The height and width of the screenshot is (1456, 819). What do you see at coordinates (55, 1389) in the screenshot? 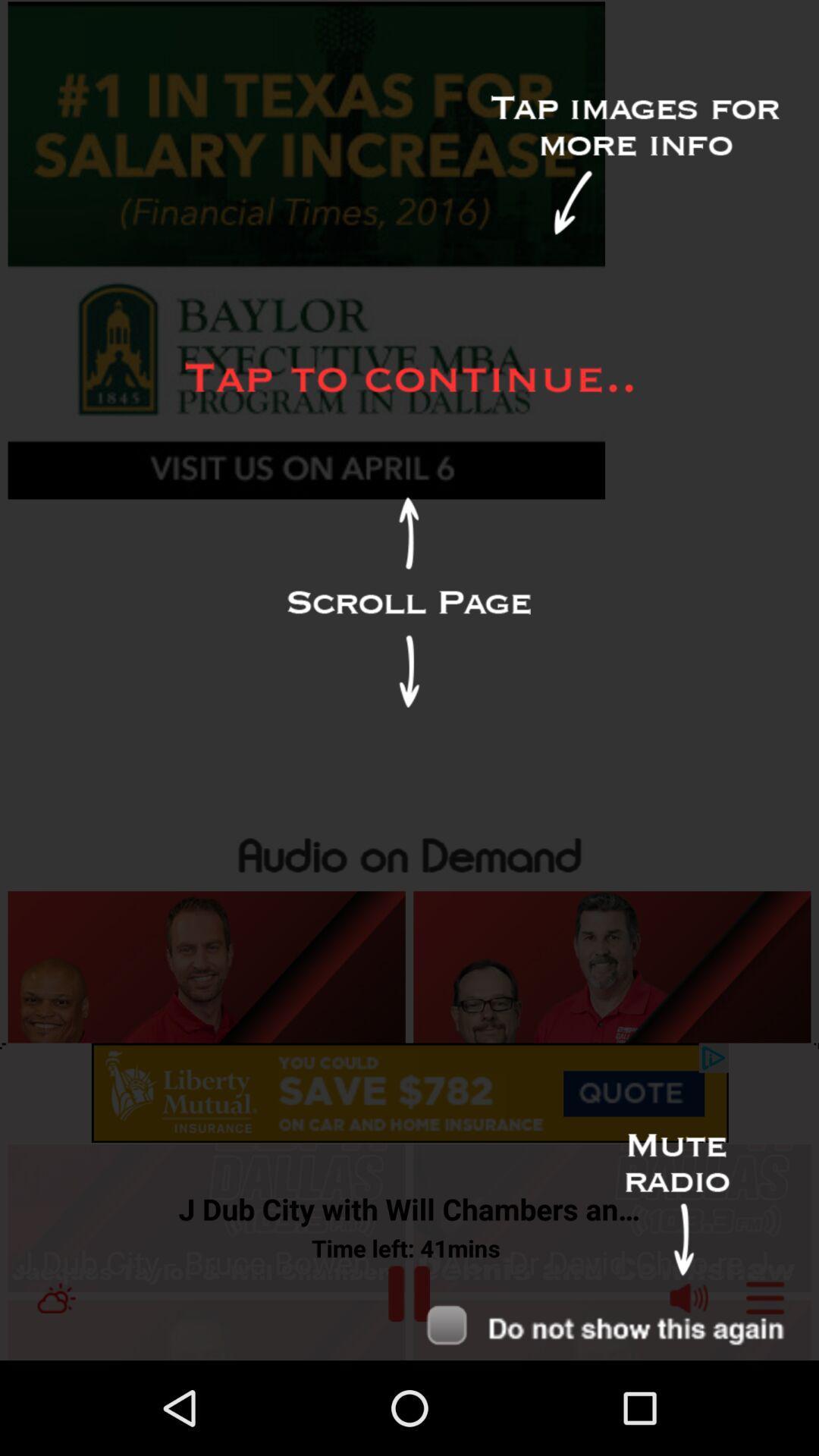
I see `the weather icon` at bounding box center [55, 1389].